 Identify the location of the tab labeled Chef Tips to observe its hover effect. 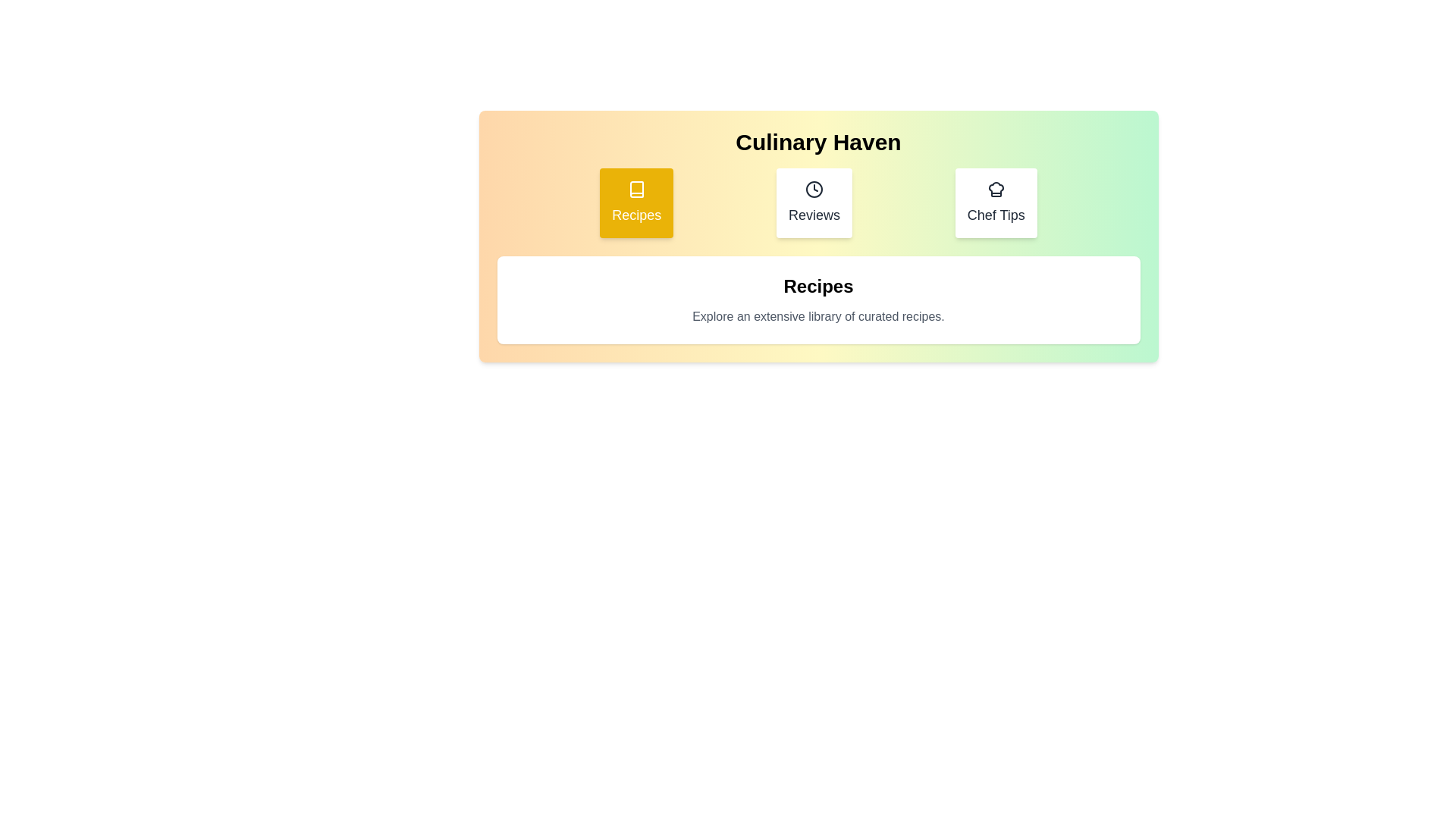
(996, 202).